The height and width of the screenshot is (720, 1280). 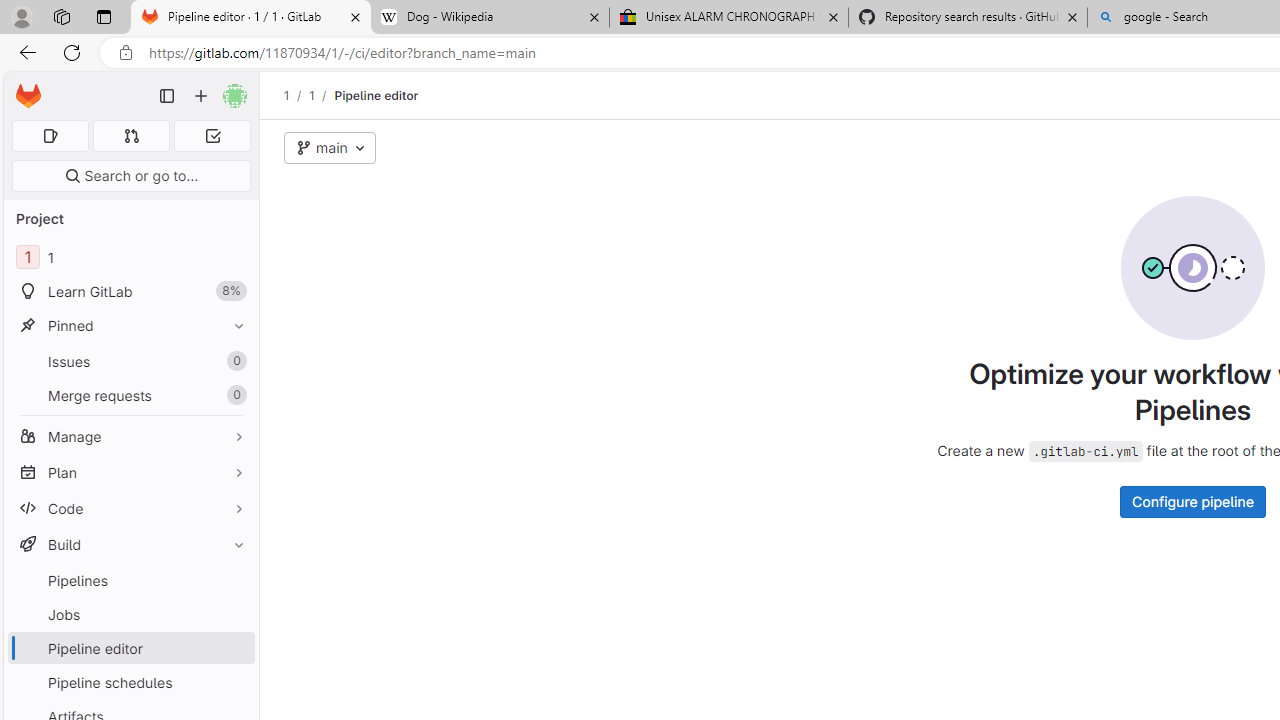 I want to click on 'Unpin Issues', so click(x=234, y=361).